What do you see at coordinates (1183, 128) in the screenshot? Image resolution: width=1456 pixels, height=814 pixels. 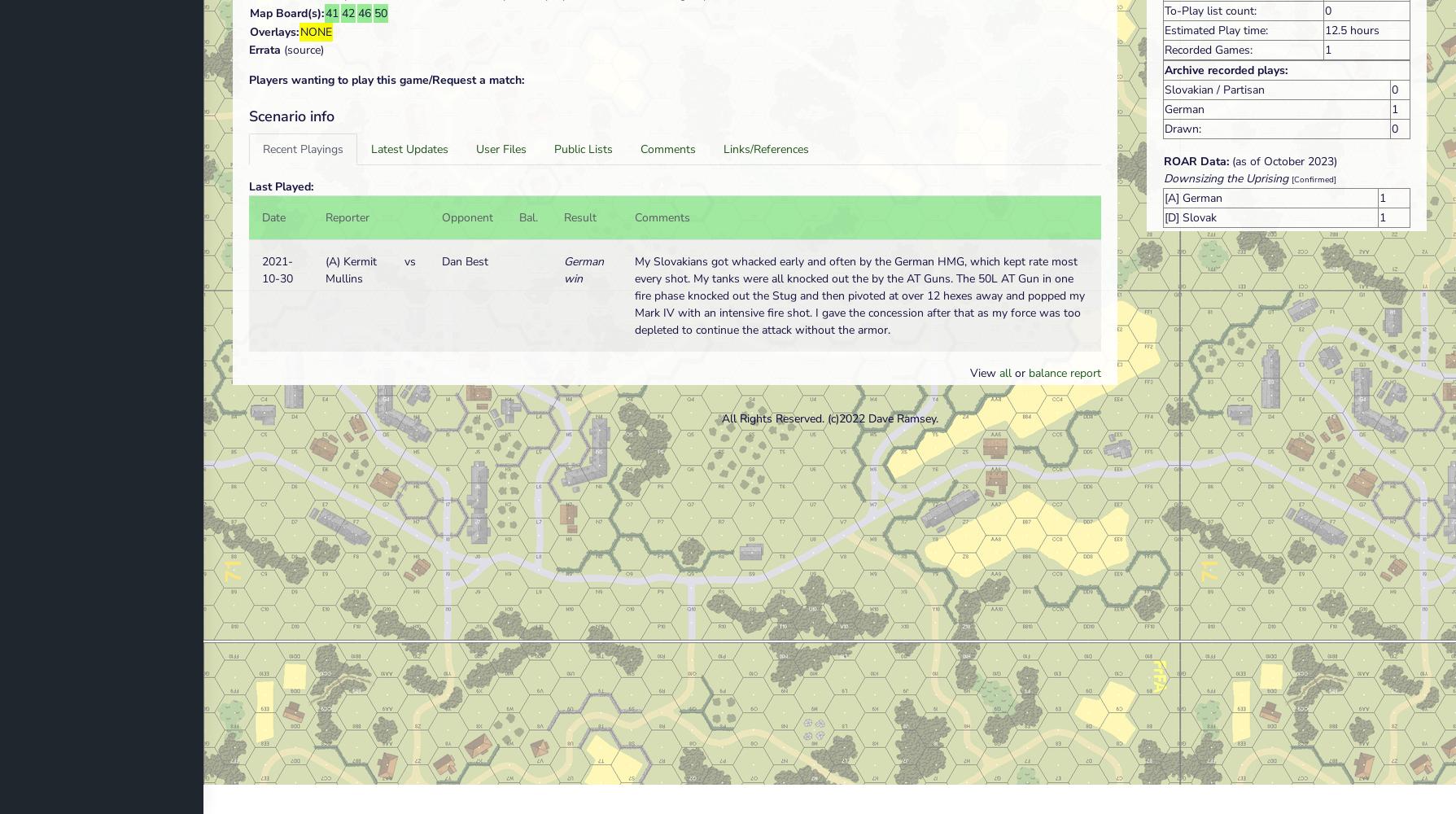 I see `'Drawn:'` at bounding box center [1183, 128].